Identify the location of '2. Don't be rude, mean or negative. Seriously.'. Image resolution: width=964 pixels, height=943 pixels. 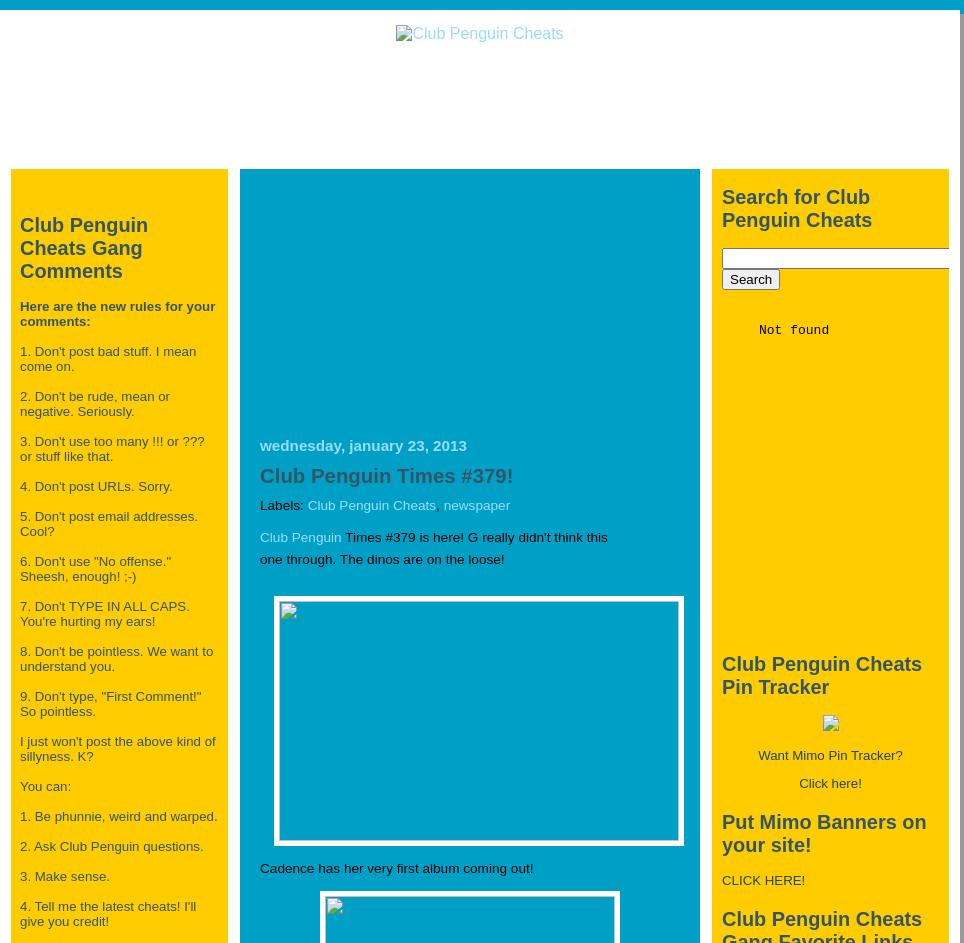
(93, 402).